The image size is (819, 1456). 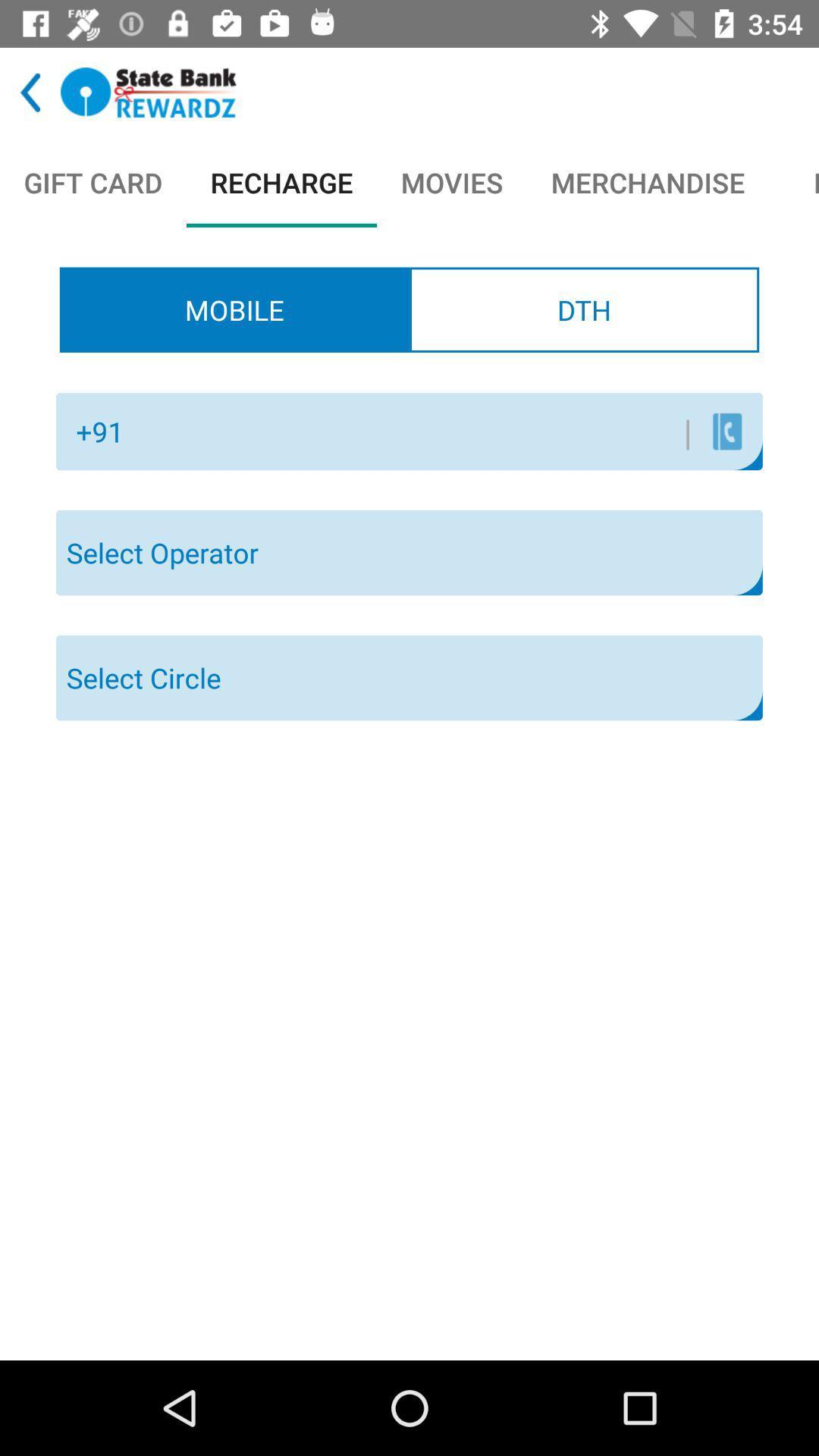 I want to click on the icon next to the |, so click(x=726, y=431).